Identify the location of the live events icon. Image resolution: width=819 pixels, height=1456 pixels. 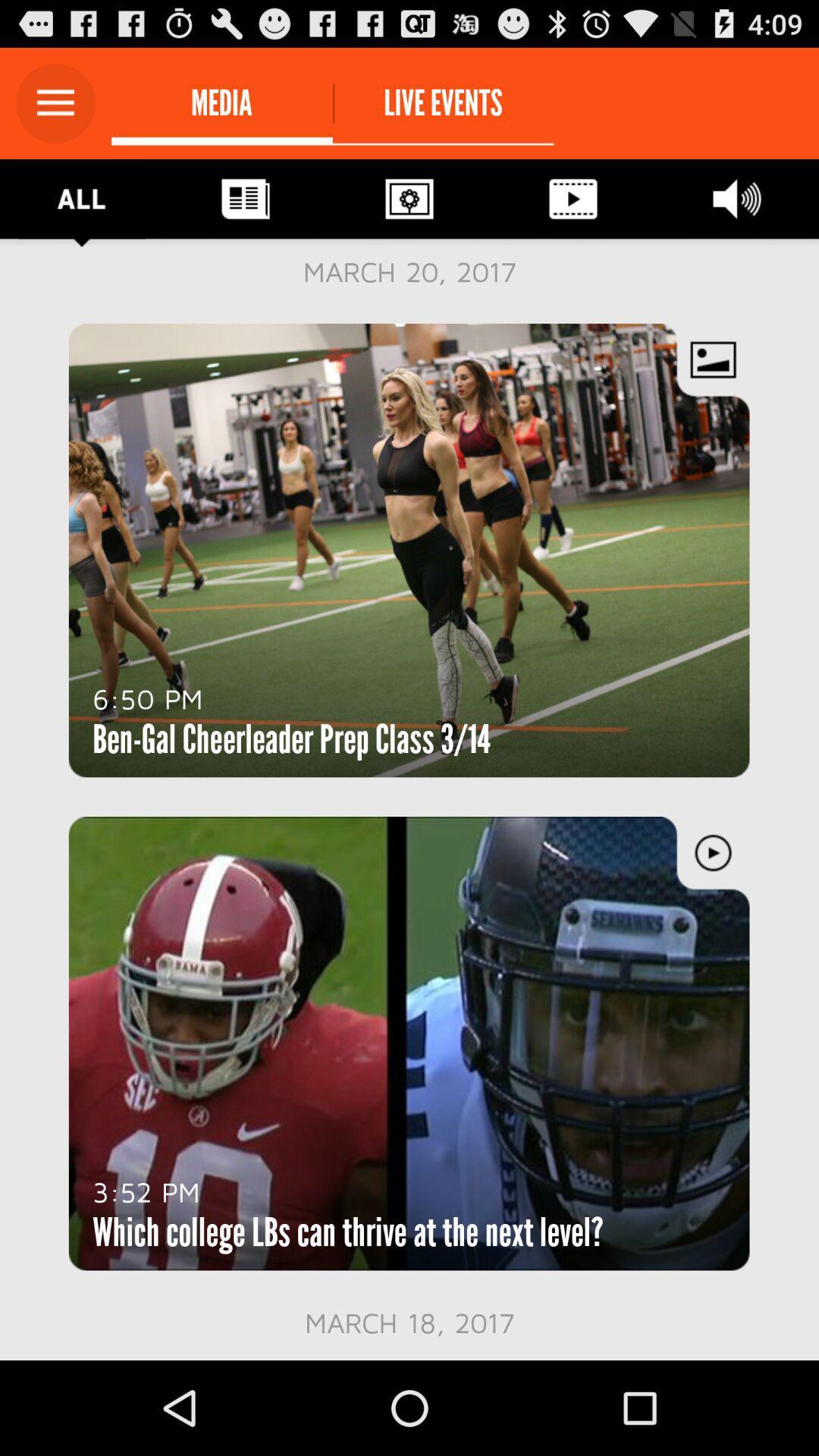
(443, 102).